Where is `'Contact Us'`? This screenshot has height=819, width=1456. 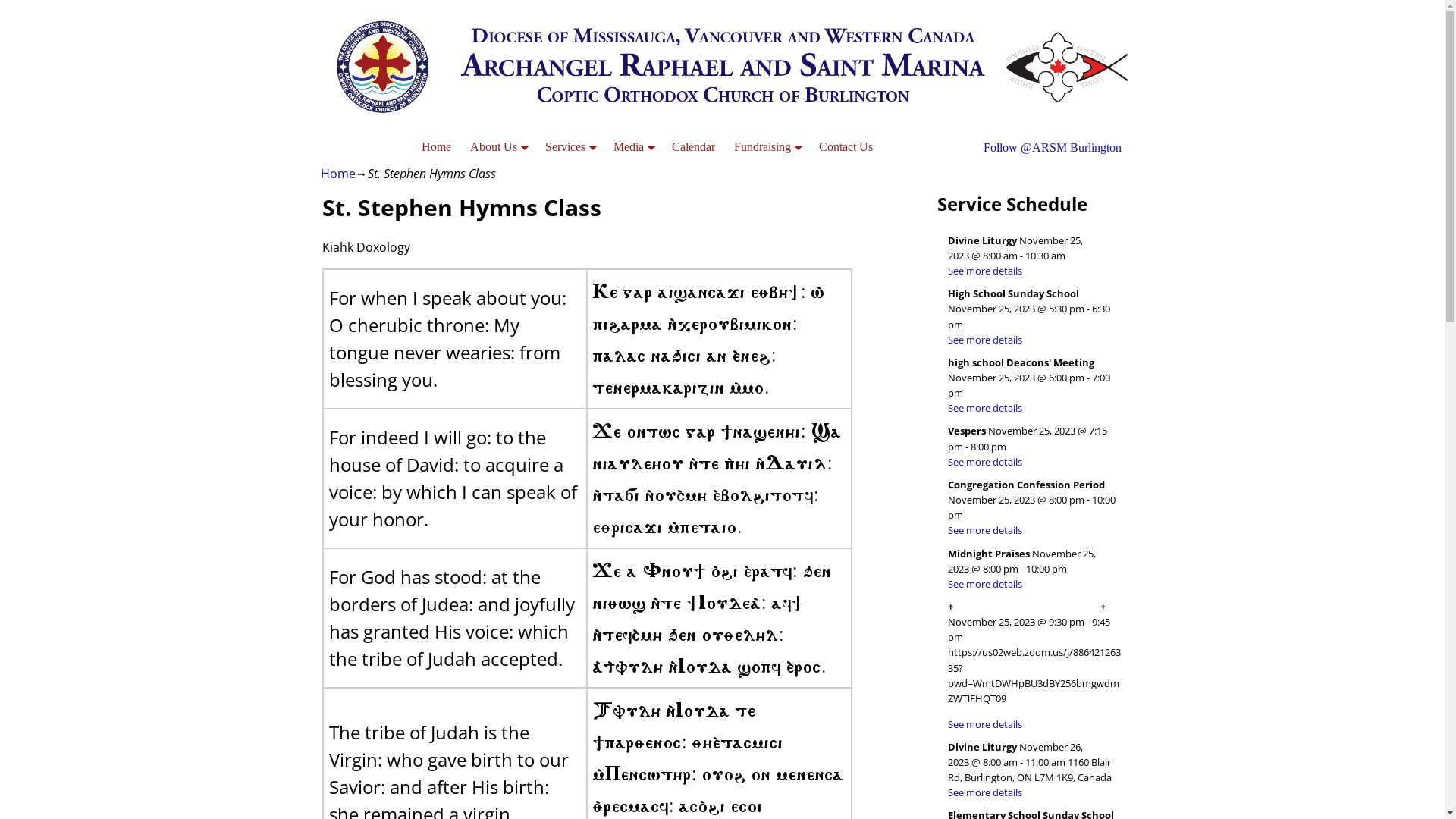
'Contact Us' is located at coordinates (846, 147).